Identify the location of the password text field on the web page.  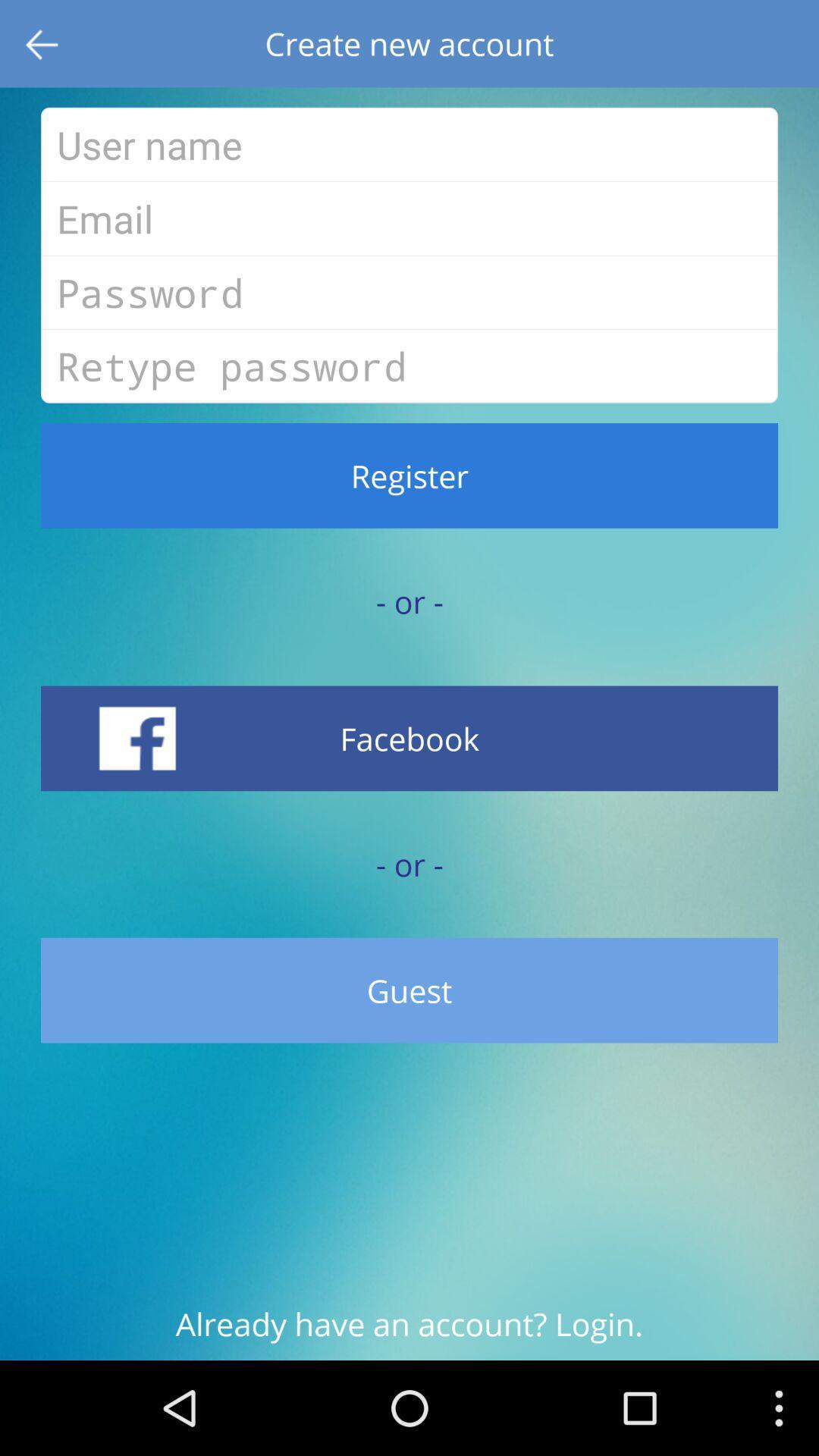
(409, 292).